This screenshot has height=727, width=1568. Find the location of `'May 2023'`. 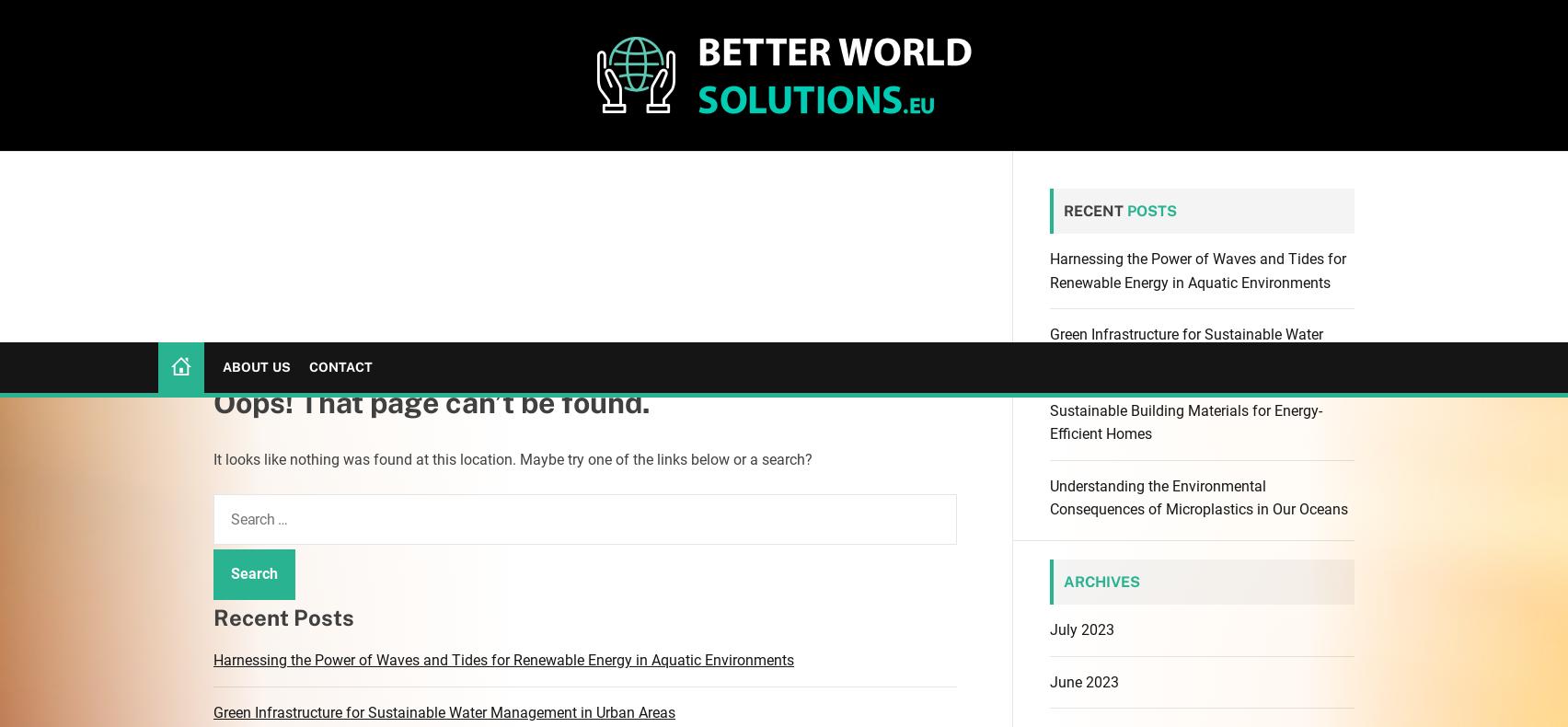

'May 2023' is located at coordinates (1048, 390).